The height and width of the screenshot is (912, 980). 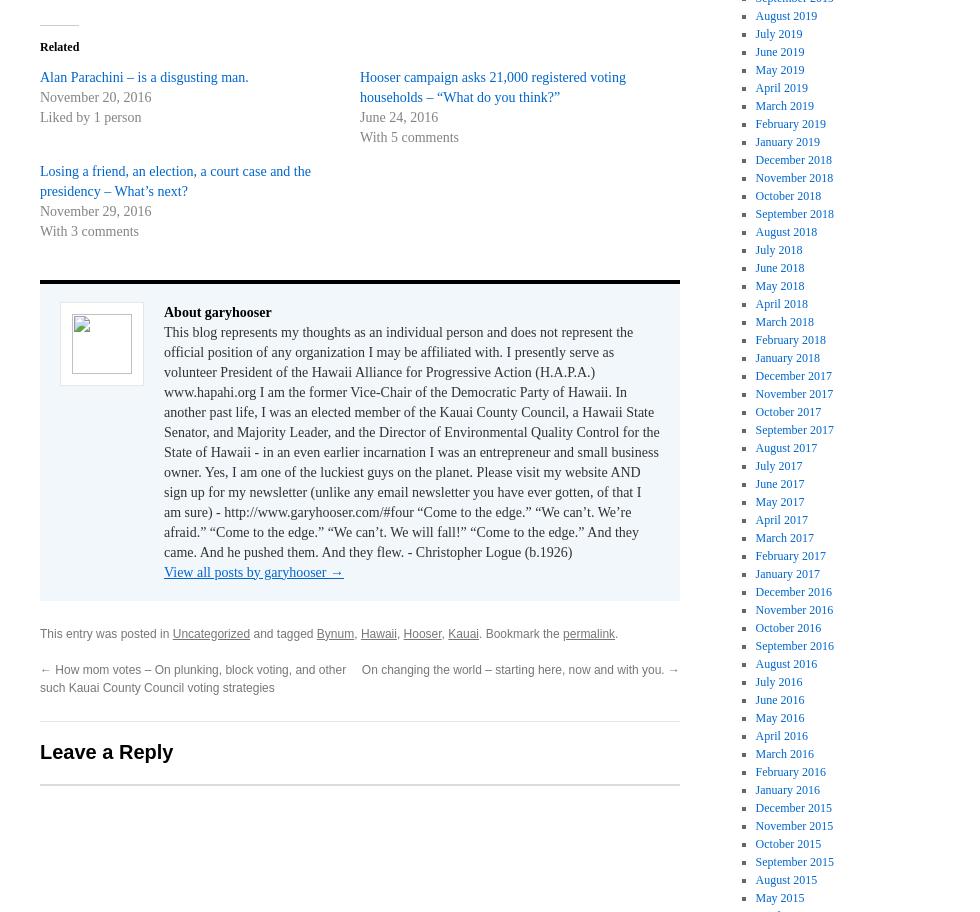 I want to click on 'November 2018', so click(x=754, y=177).